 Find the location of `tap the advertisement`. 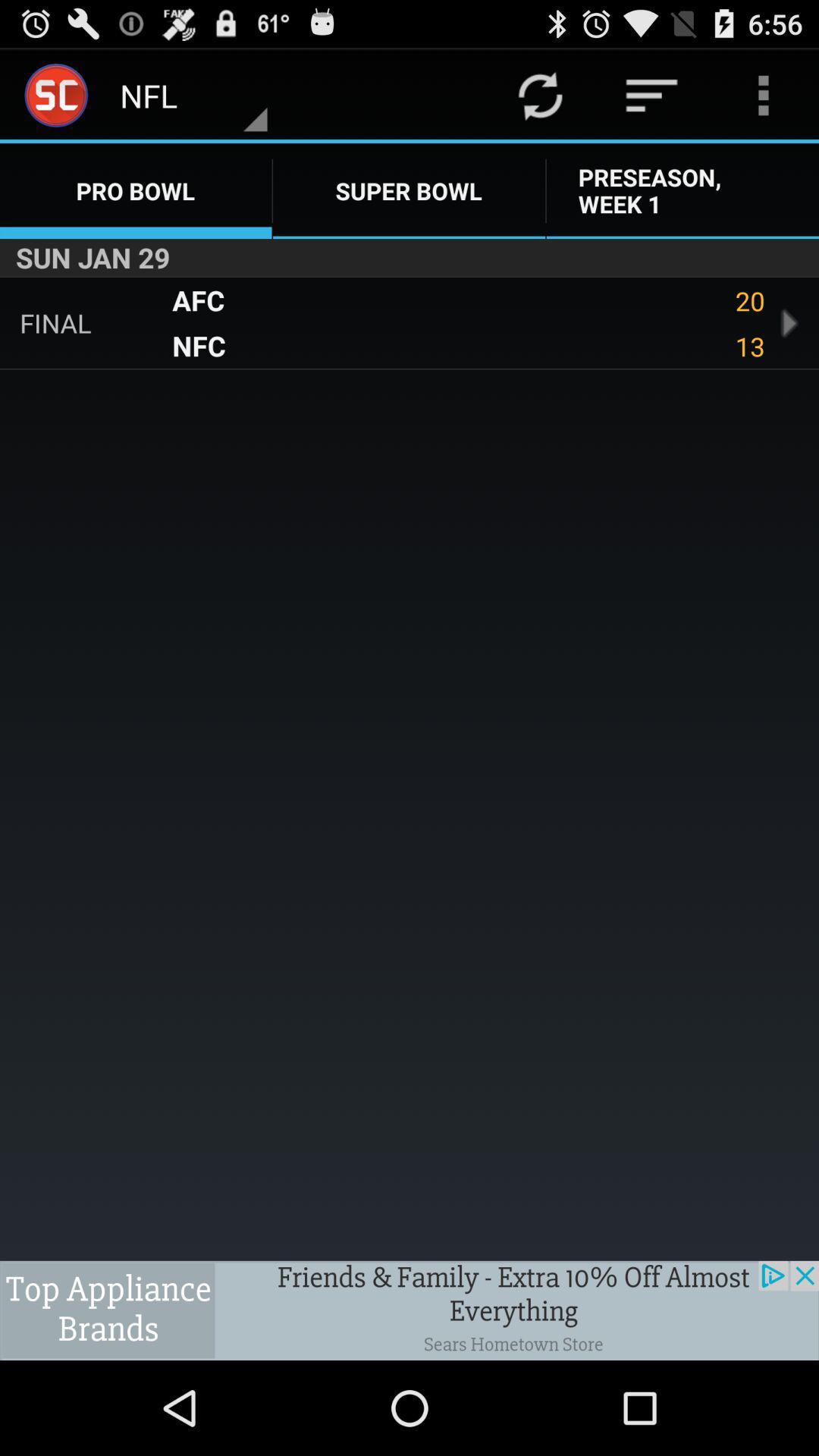

tap the advertisement is located at coordinates (409, 1310).